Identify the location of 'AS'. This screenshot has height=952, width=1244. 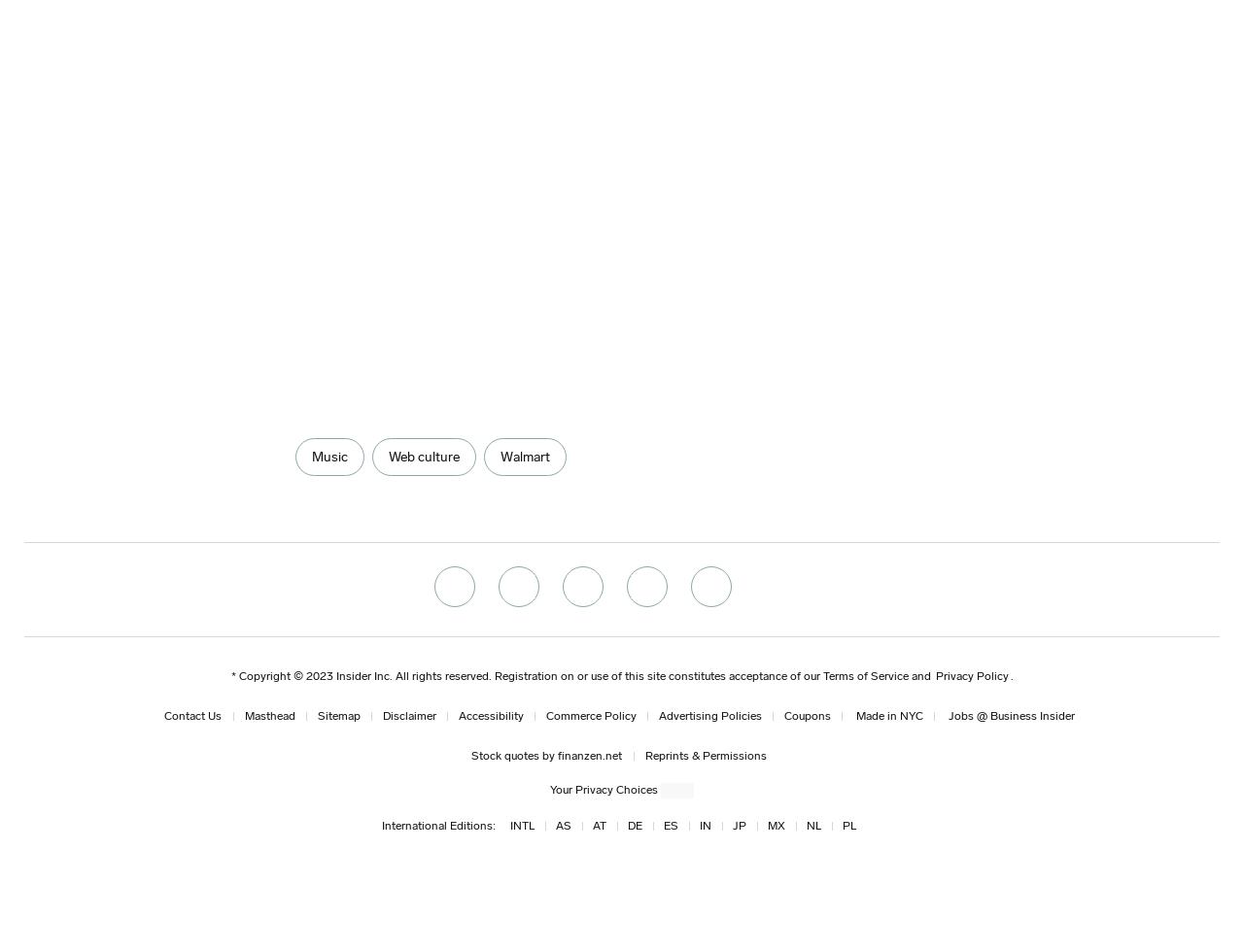
(562, 824).